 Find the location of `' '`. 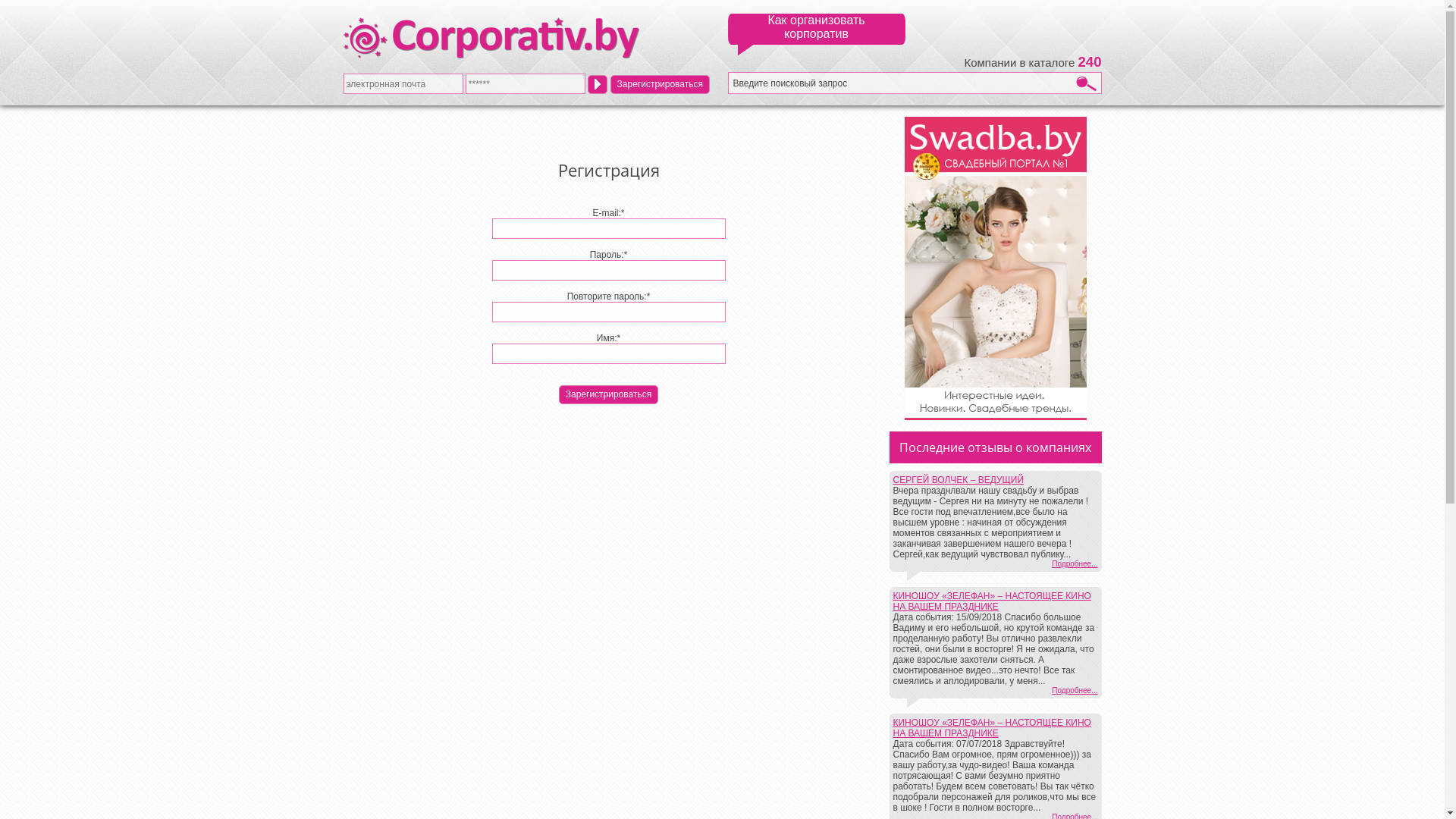

' ' is located at coordinates (596, 83).